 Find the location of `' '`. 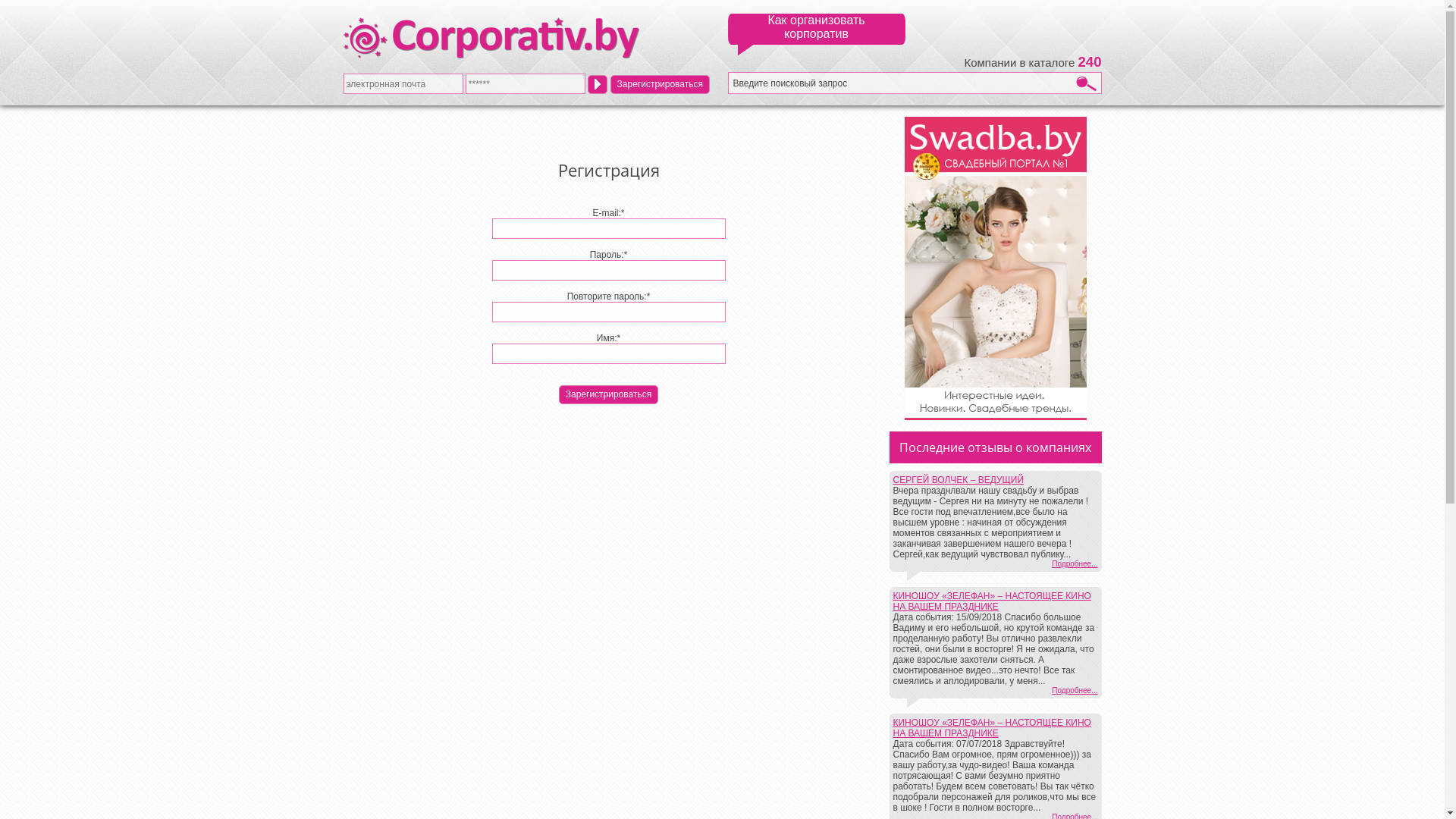

' ' is located at coordinates (596, 83).